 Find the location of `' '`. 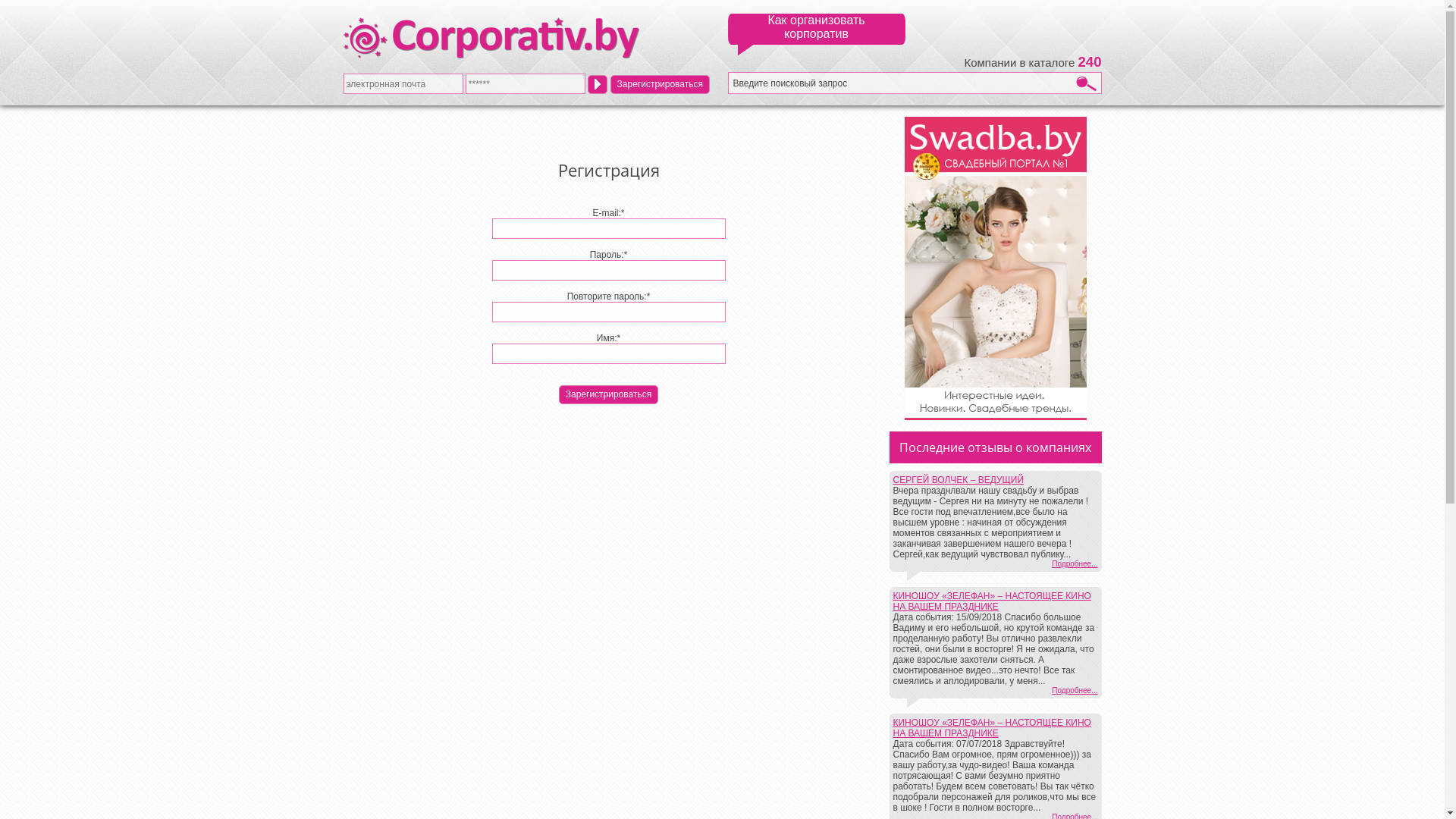

' ' is located at coordinates (596, 83).